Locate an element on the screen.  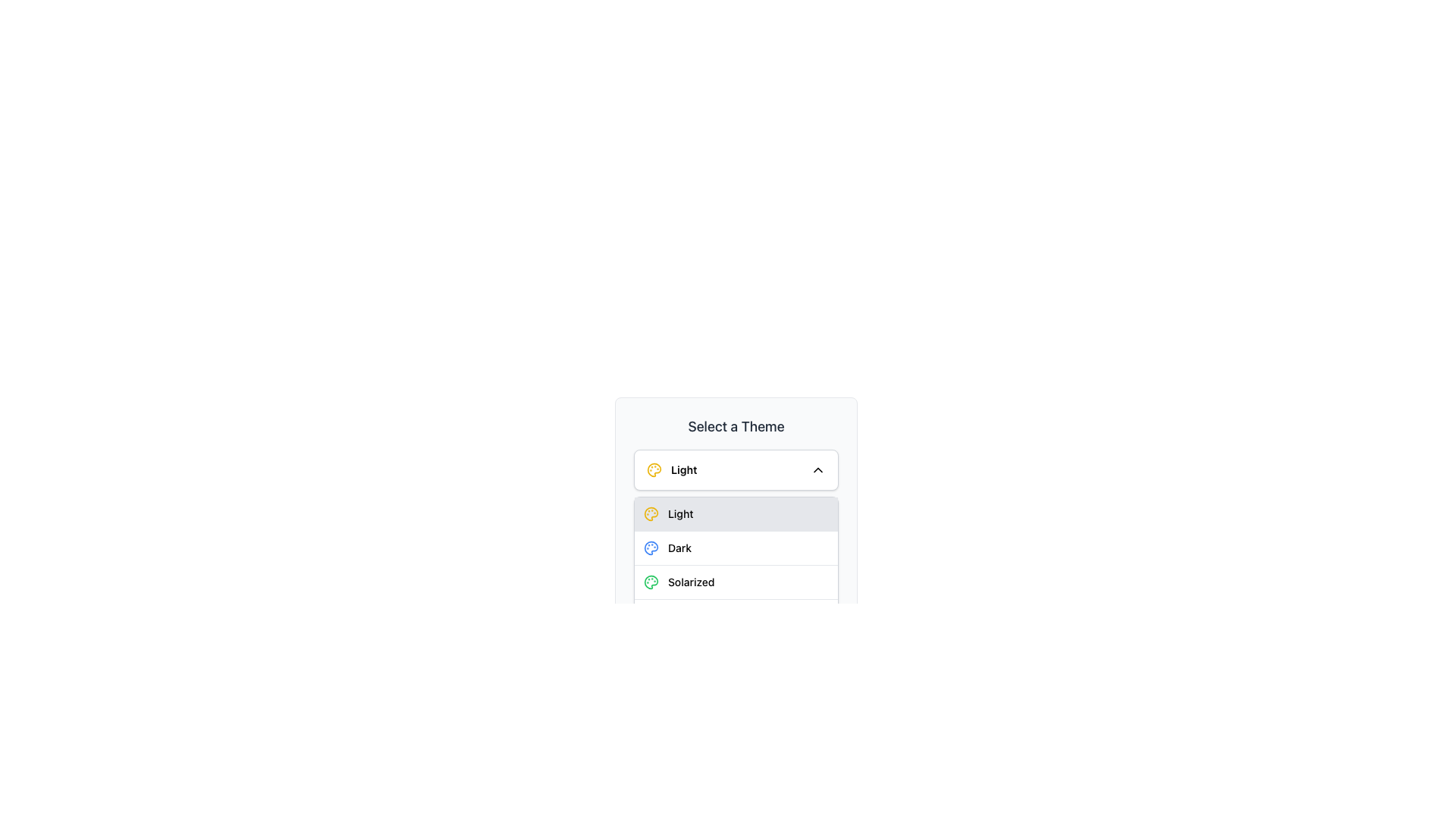
the second vector representation of the blue-themed palette icon within the 'Select a Theme' dropdown menu is located at coordinates (651, 548).